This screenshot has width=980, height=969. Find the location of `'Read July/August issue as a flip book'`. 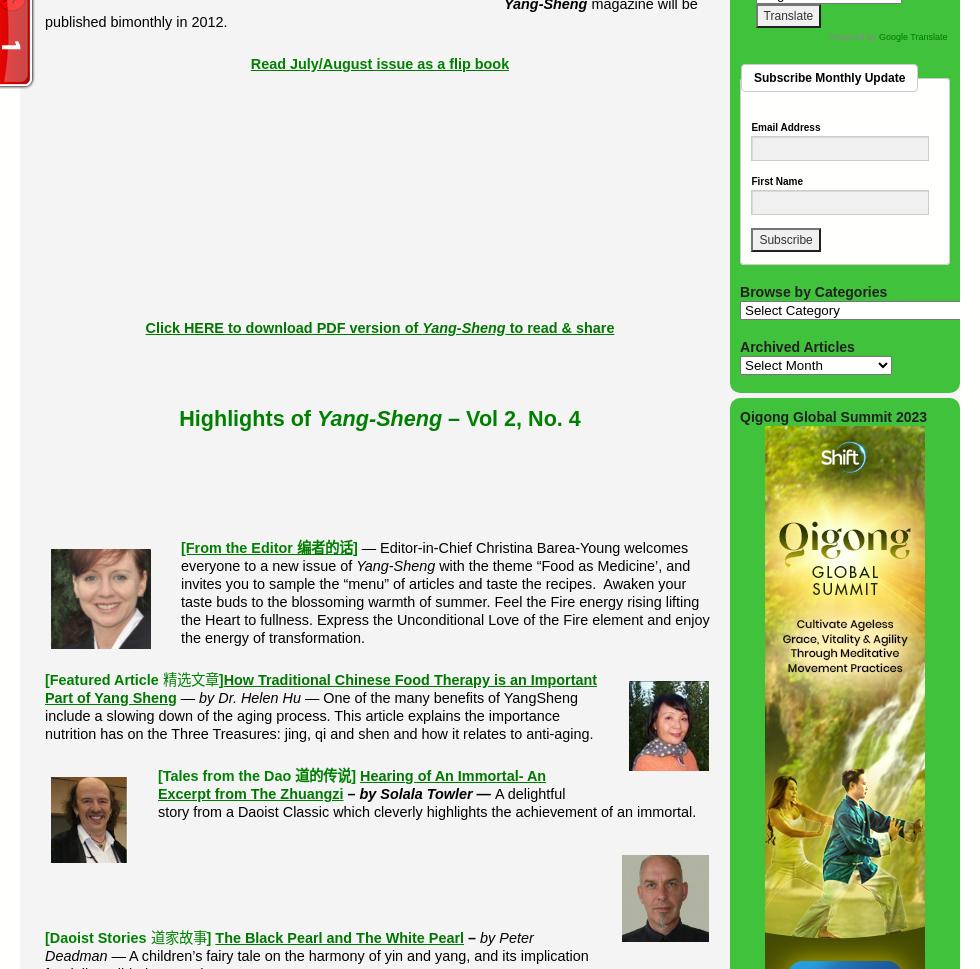

'Read July/August issue as a flip book' is located at coordinates (379, 61).